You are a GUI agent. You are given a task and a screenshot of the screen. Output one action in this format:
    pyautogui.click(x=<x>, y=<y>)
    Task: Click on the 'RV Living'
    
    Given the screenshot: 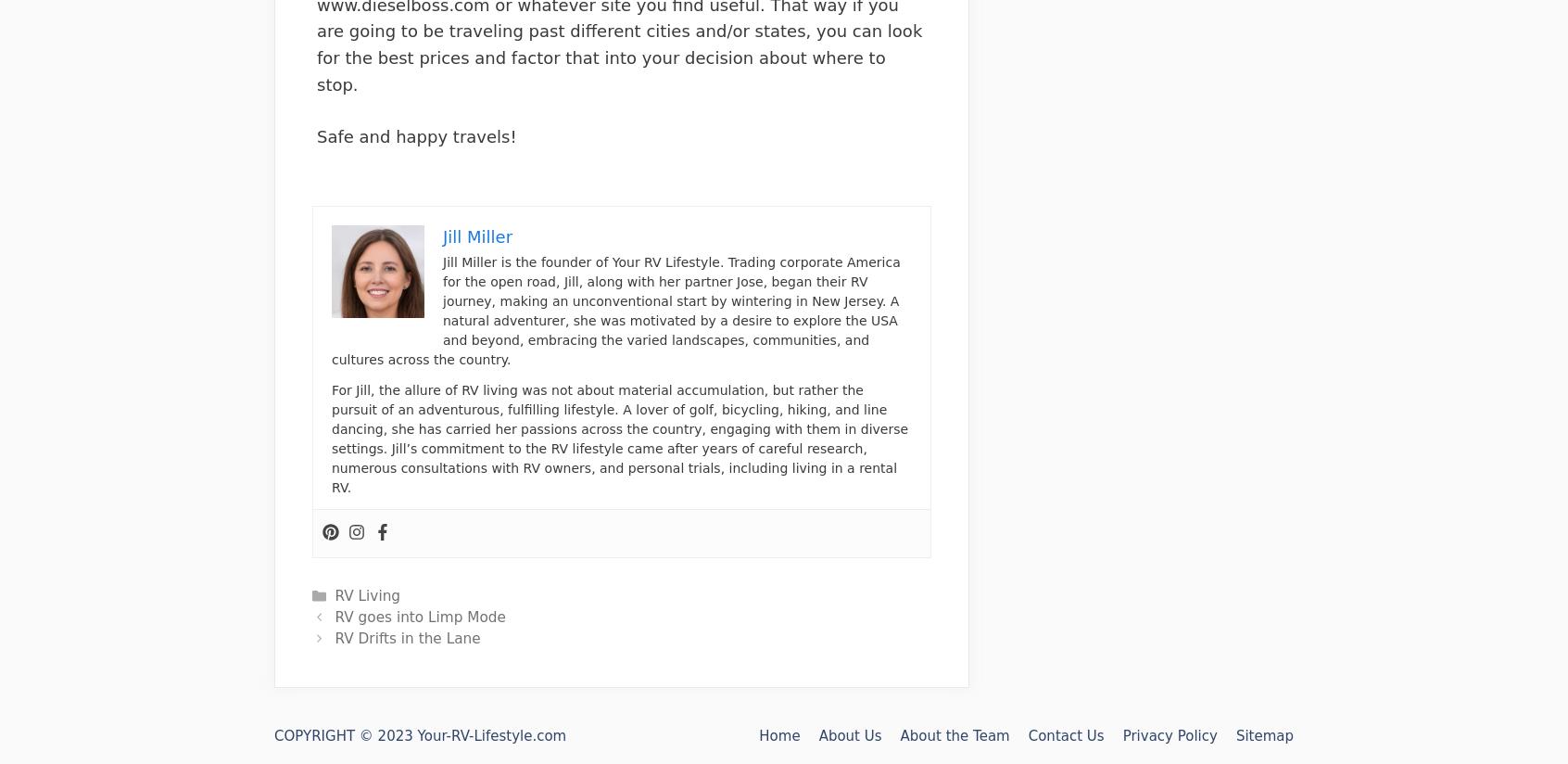 What is the action you would take?
    pyautogui.click(x=335, y=594)
    